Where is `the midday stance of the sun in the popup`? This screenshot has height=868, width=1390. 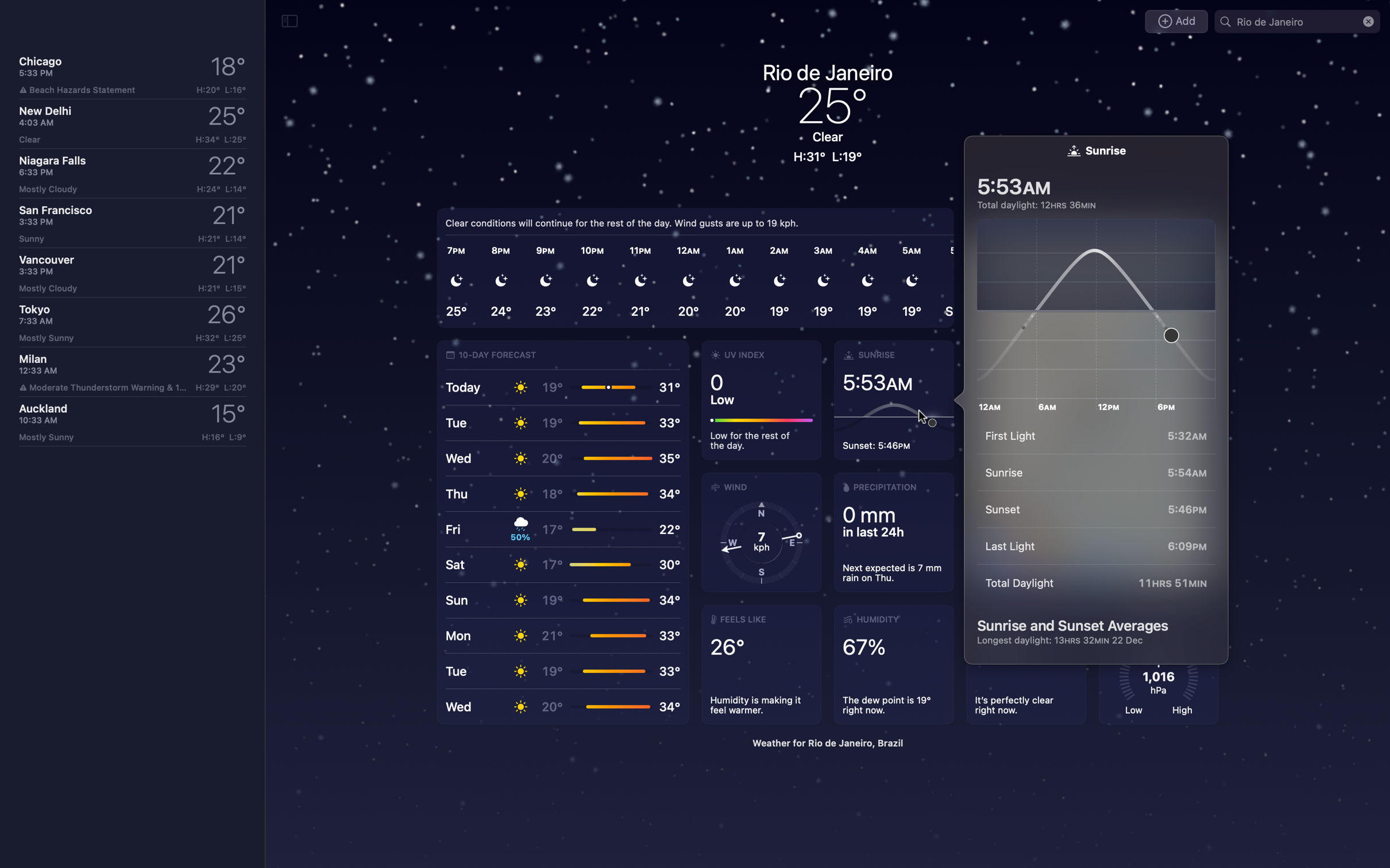
the midday stance of the sun in the popup is located at coordinates (1101, 309).